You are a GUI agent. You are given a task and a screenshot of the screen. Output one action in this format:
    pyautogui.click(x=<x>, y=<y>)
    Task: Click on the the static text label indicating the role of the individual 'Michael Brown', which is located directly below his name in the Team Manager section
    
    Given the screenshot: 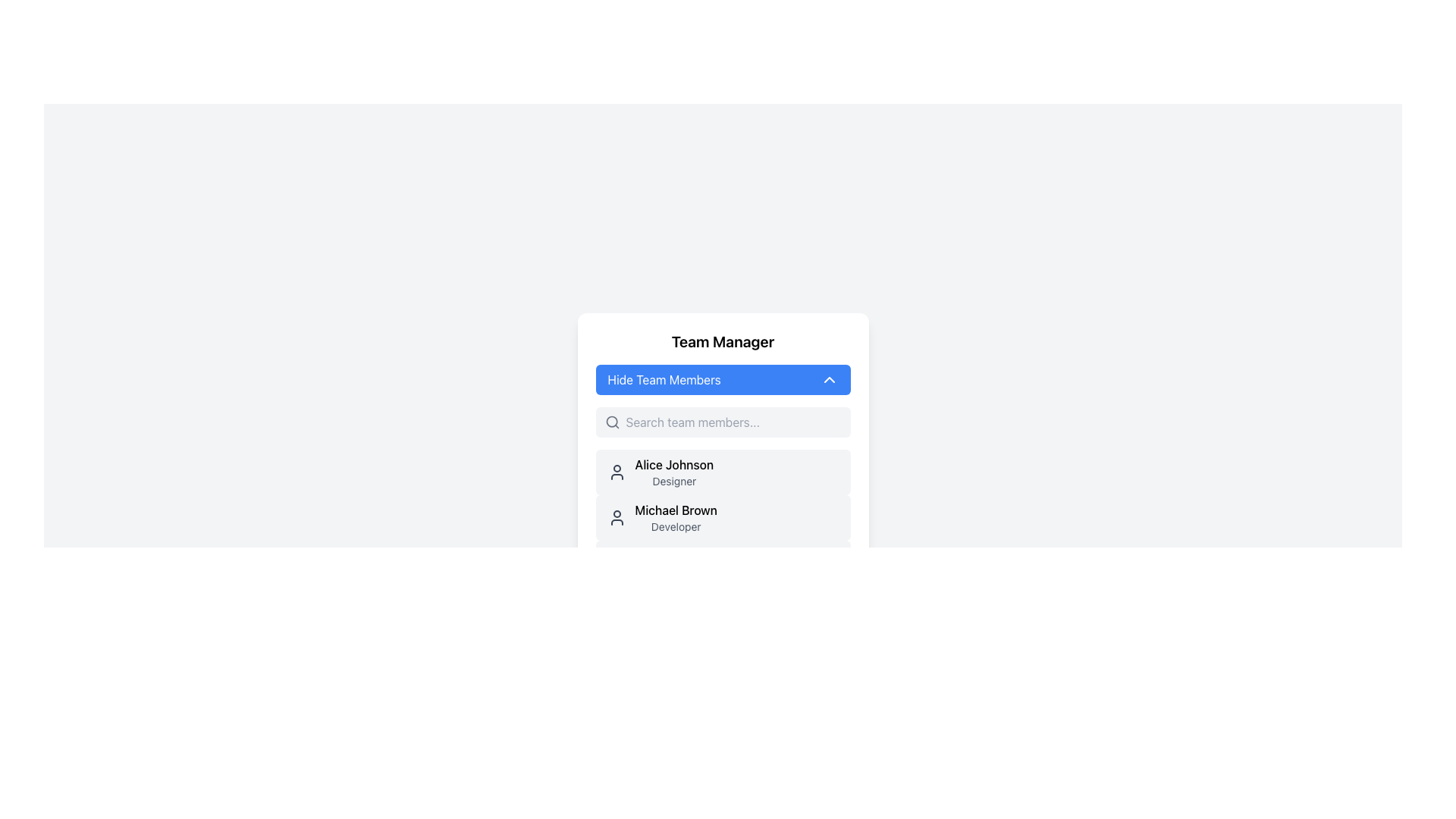 What is the action you would take?
    pyautogui.click(x=675, y=526)
    